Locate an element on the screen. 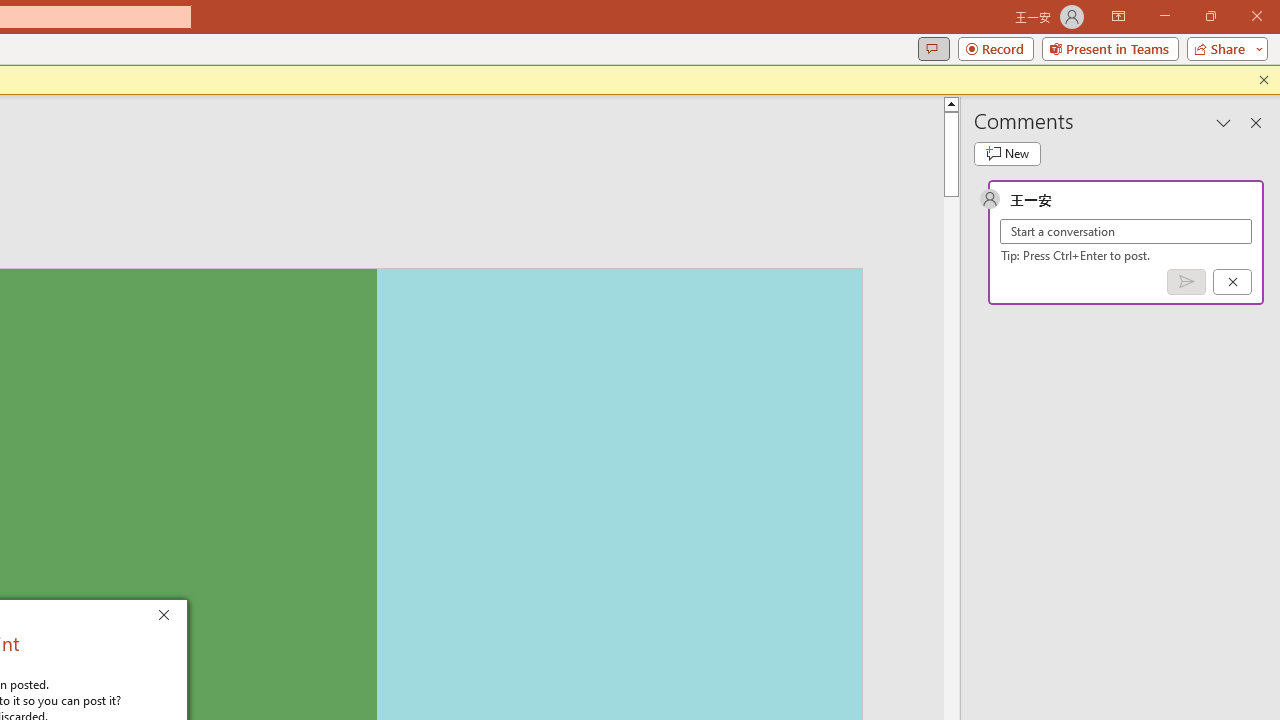 This screenshot has width=1280, height=720. 'Start a conversation' is located at coordinates (1126, 230).